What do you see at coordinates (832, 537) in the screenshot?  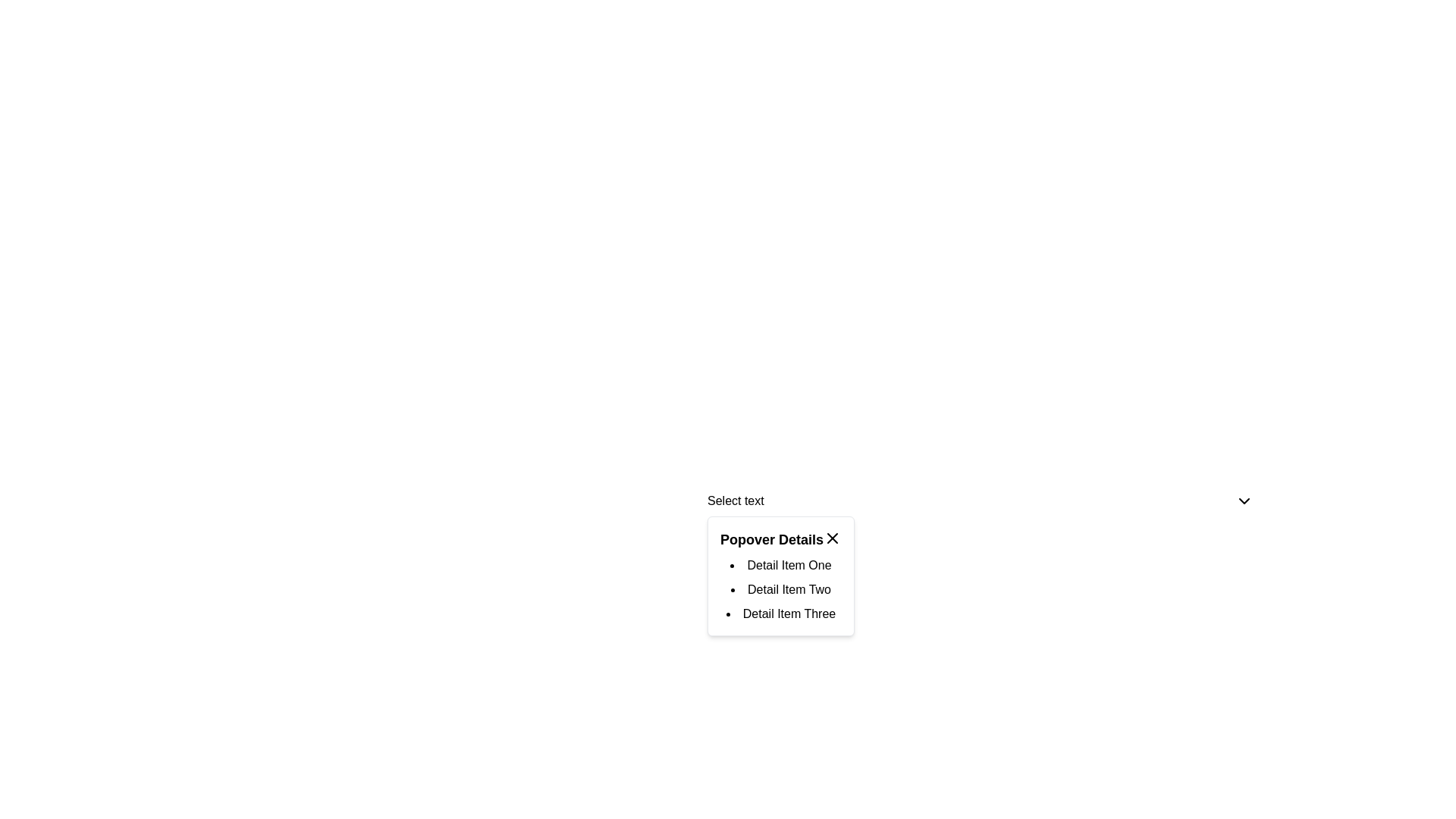 I see `the diagonal line forming the 'X' icon in the top-right section of the popover` at bounding box center [832, 537].